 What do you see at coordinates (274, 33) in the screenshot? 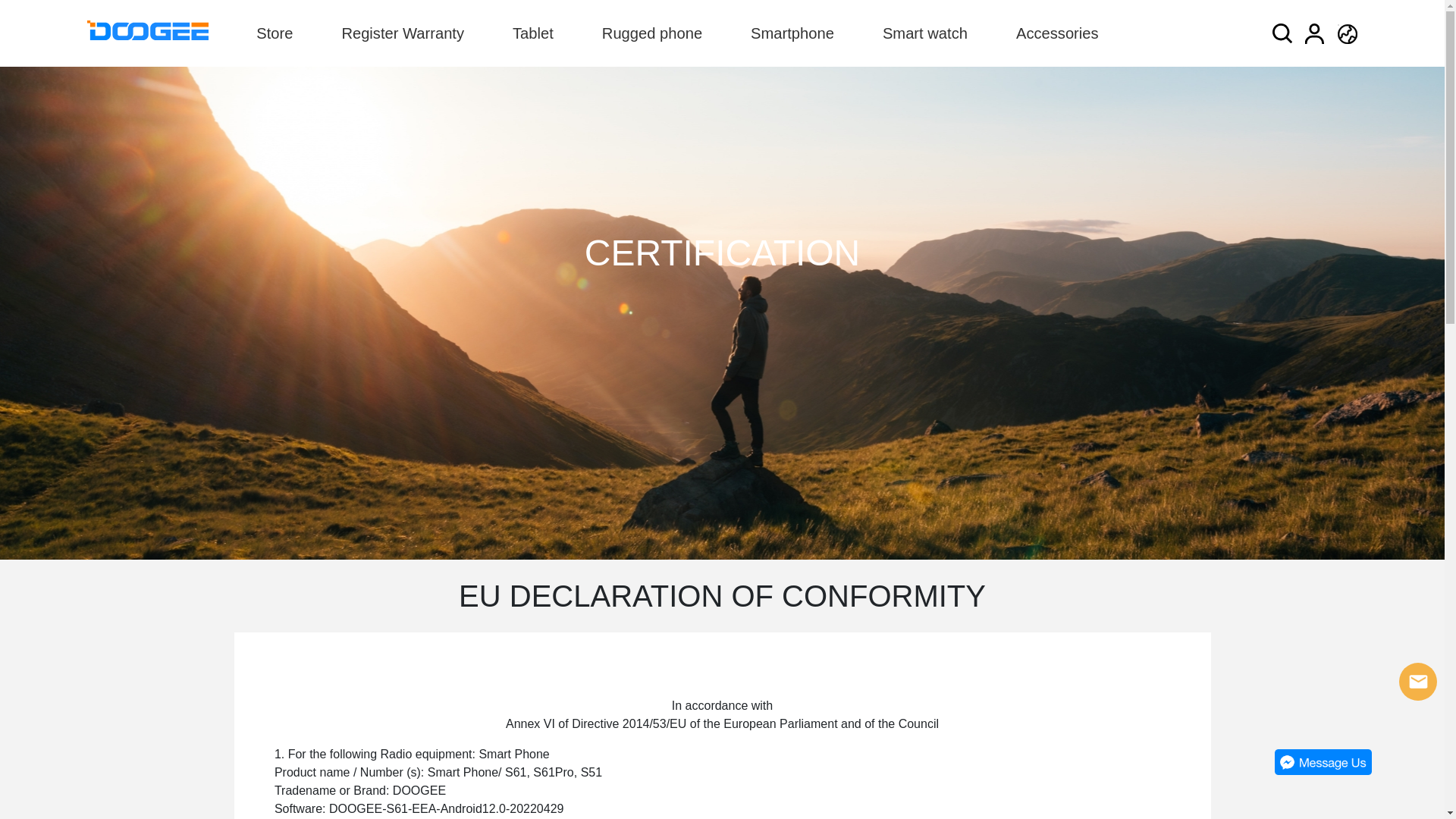
I see `'Store'` at bounding box center [274, 33].